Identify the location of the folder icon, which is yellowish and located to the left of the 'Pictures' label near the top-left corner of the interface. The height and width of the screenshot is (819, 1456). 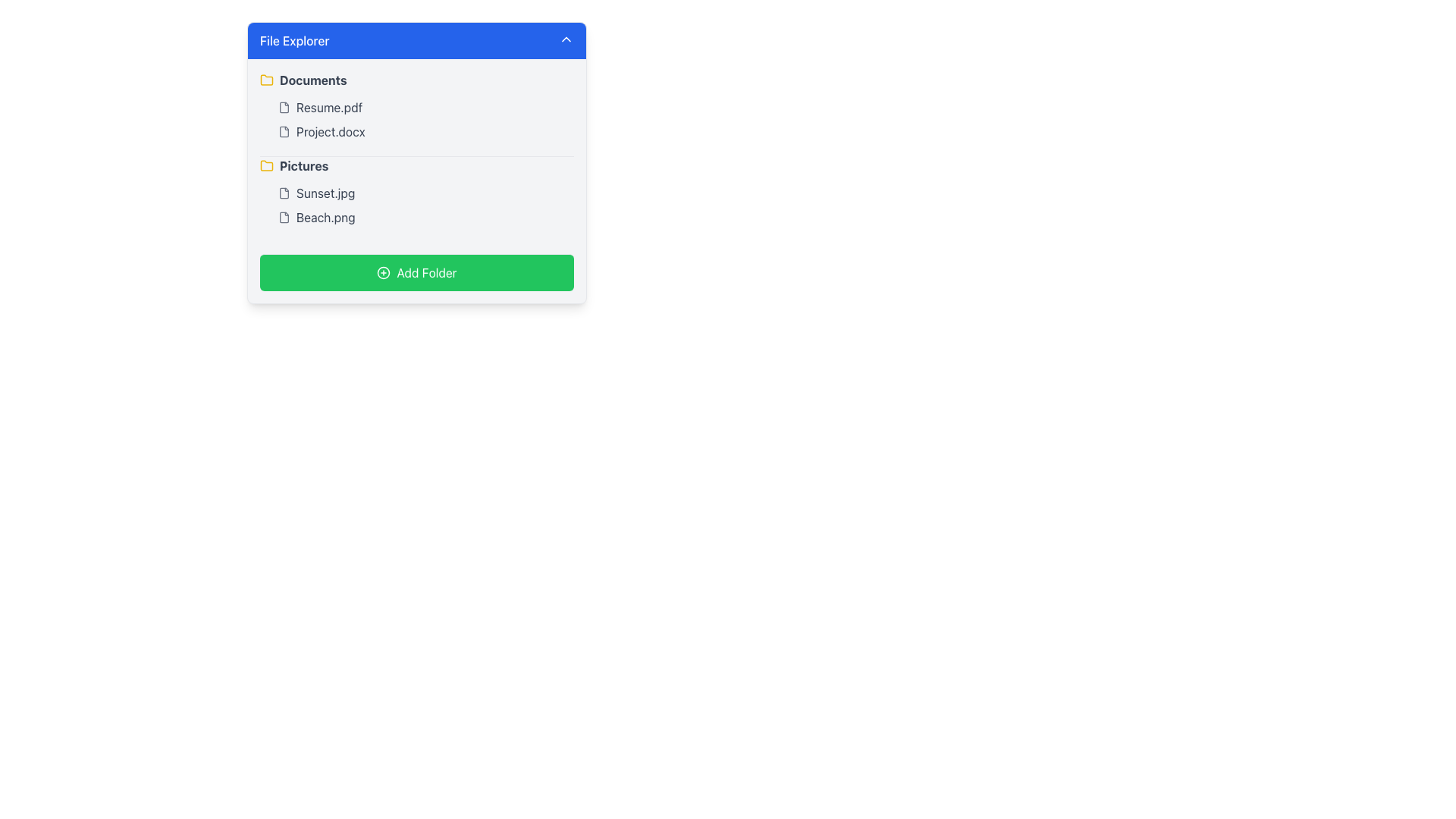
(266, 80).